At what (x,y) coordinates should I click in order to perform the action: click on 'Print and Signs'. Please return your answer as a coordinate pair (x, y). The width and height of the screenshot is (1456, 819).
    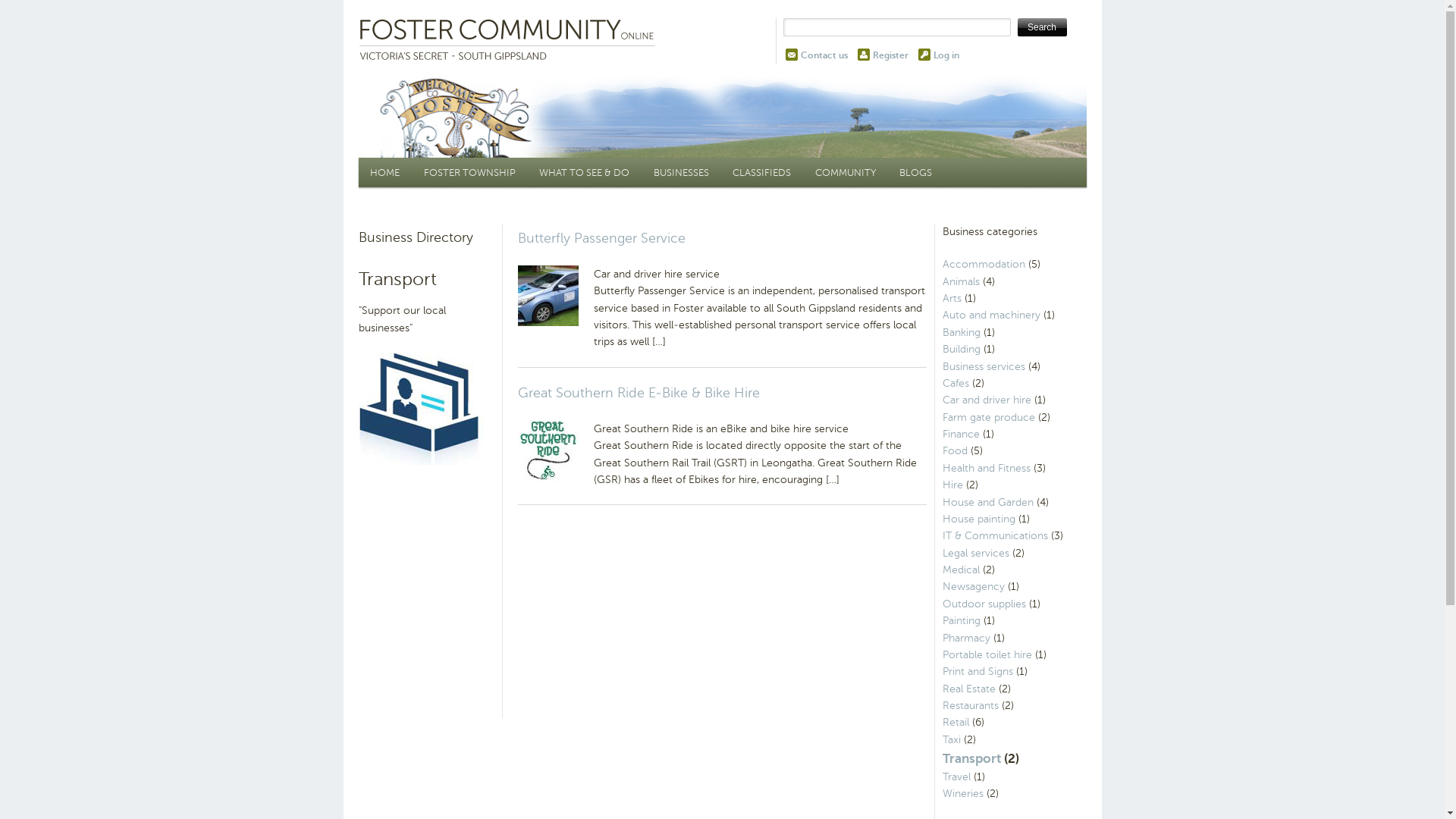
    Looking at the image, I should click on (977, 670).